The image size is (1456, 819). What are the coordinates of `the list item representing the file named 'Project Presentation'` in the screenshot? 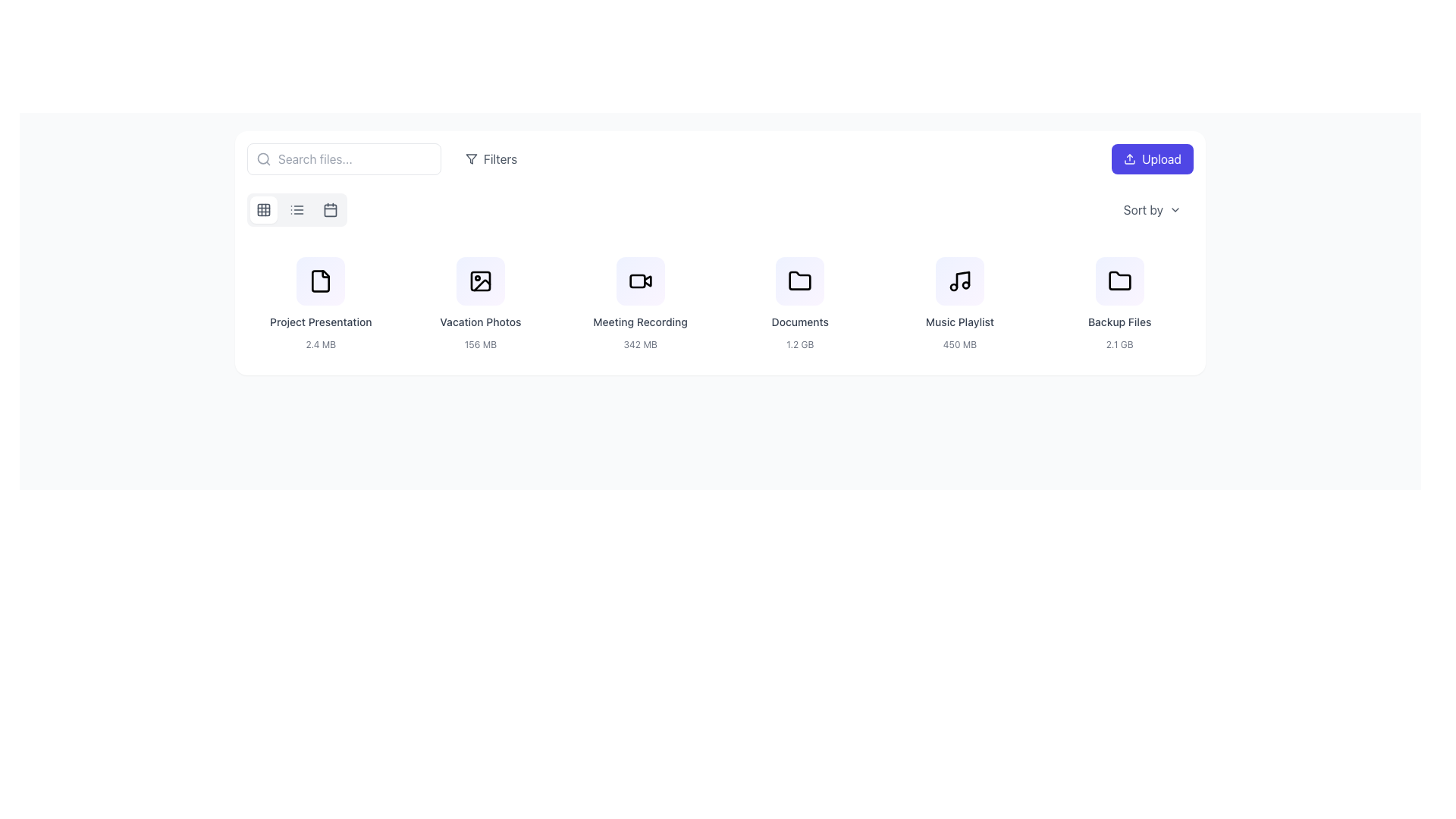 It's located at (320, 304).